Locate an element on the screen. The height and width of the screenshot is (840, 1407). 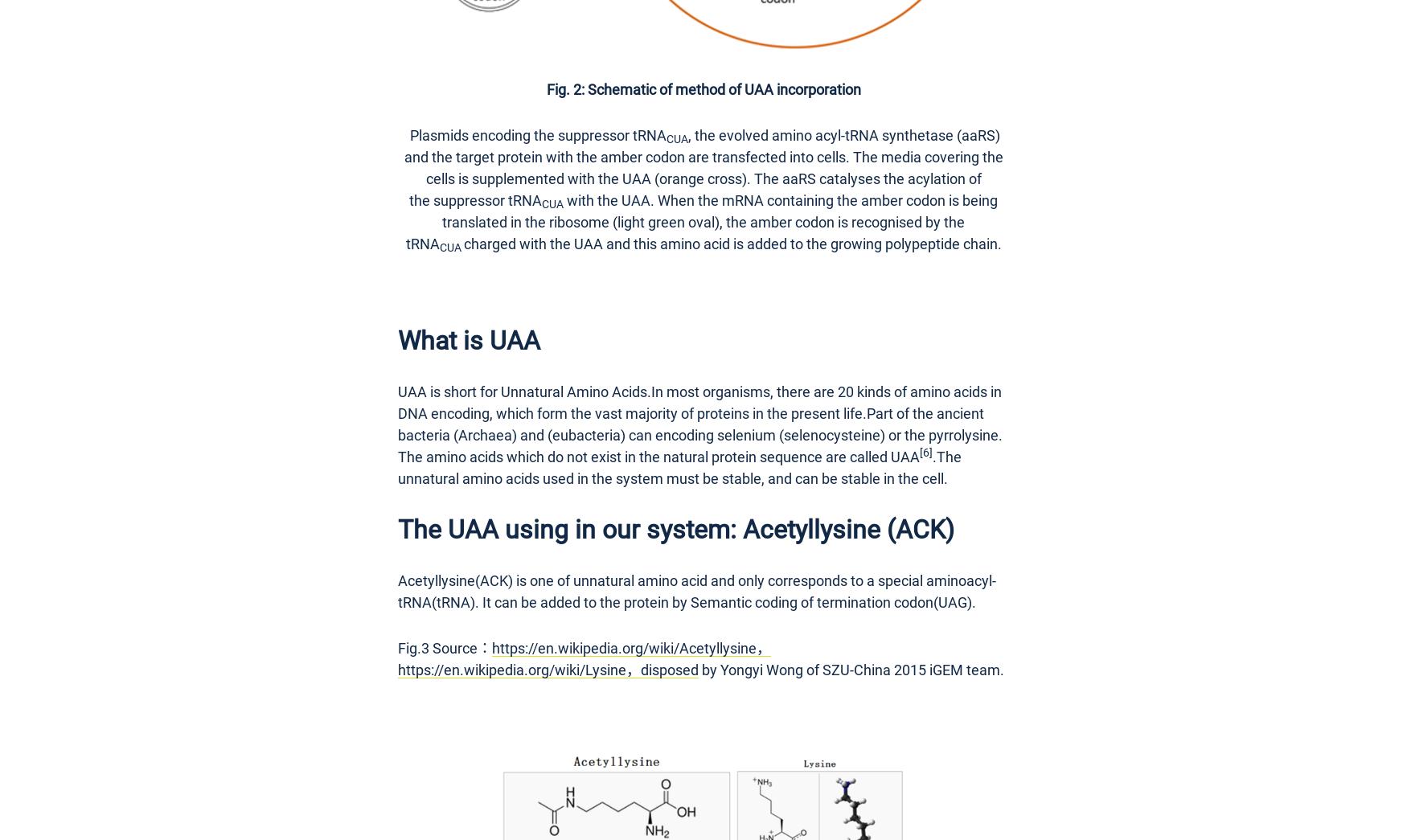
'Fig.3 Source：' is located at coordinates (444, 647).